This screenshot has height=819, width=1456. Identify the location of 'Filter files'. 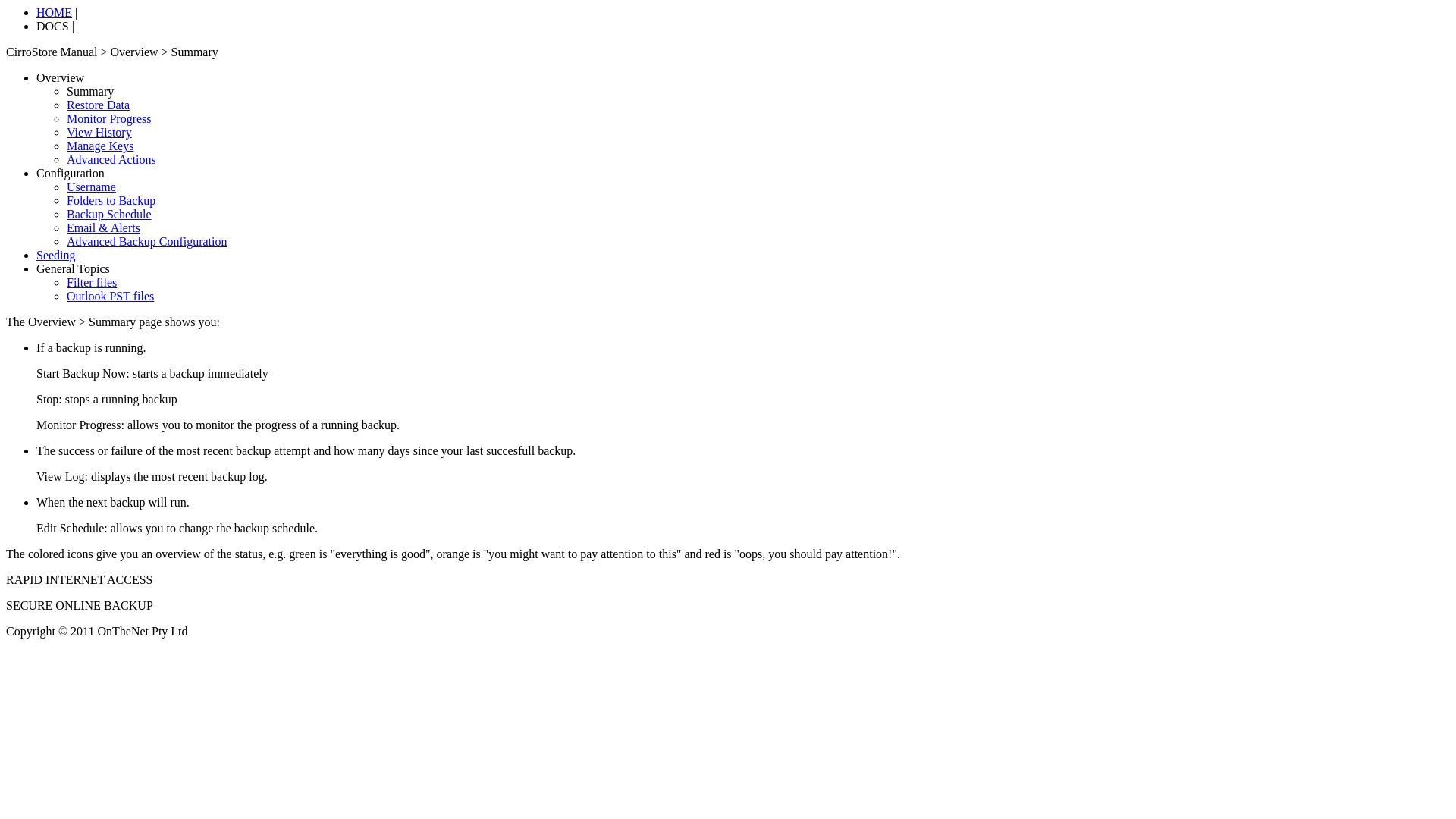
(65, 282).